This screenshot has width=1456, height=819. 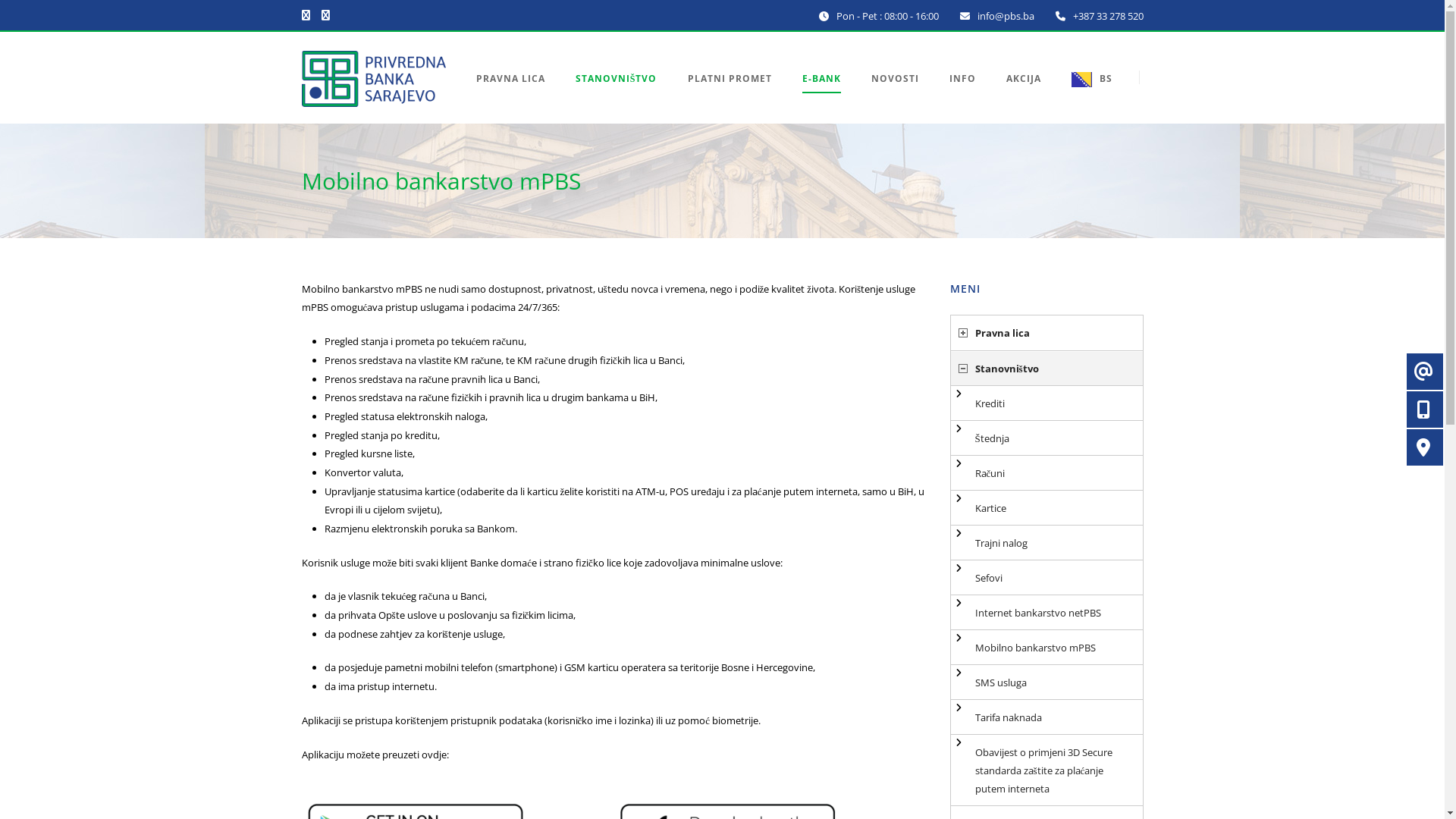 I want to click on 'INFO', so click(x=962, y=96).